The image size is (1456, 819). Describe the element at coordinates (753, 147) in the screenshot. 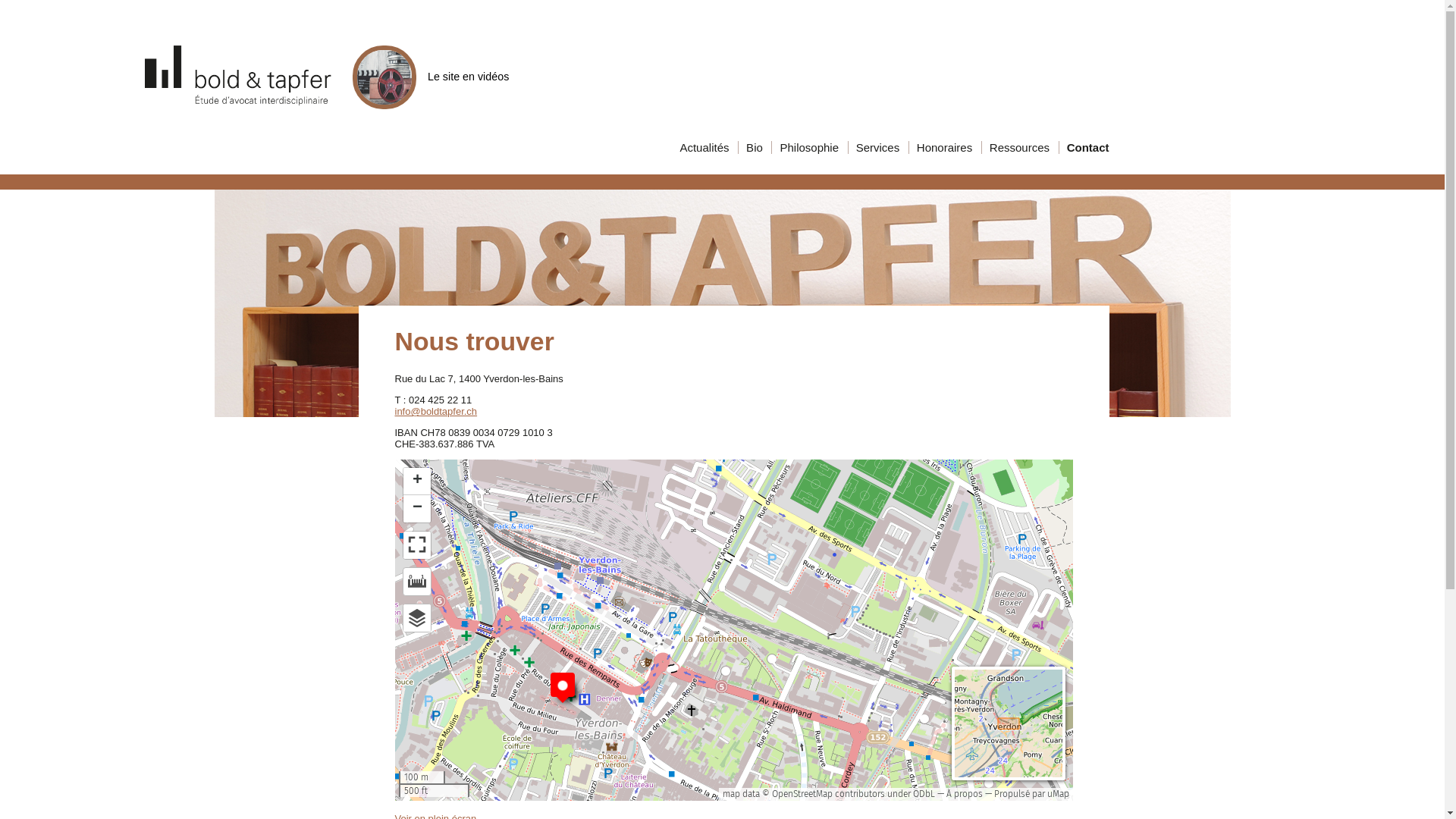

I see `'Bio'` at that location.